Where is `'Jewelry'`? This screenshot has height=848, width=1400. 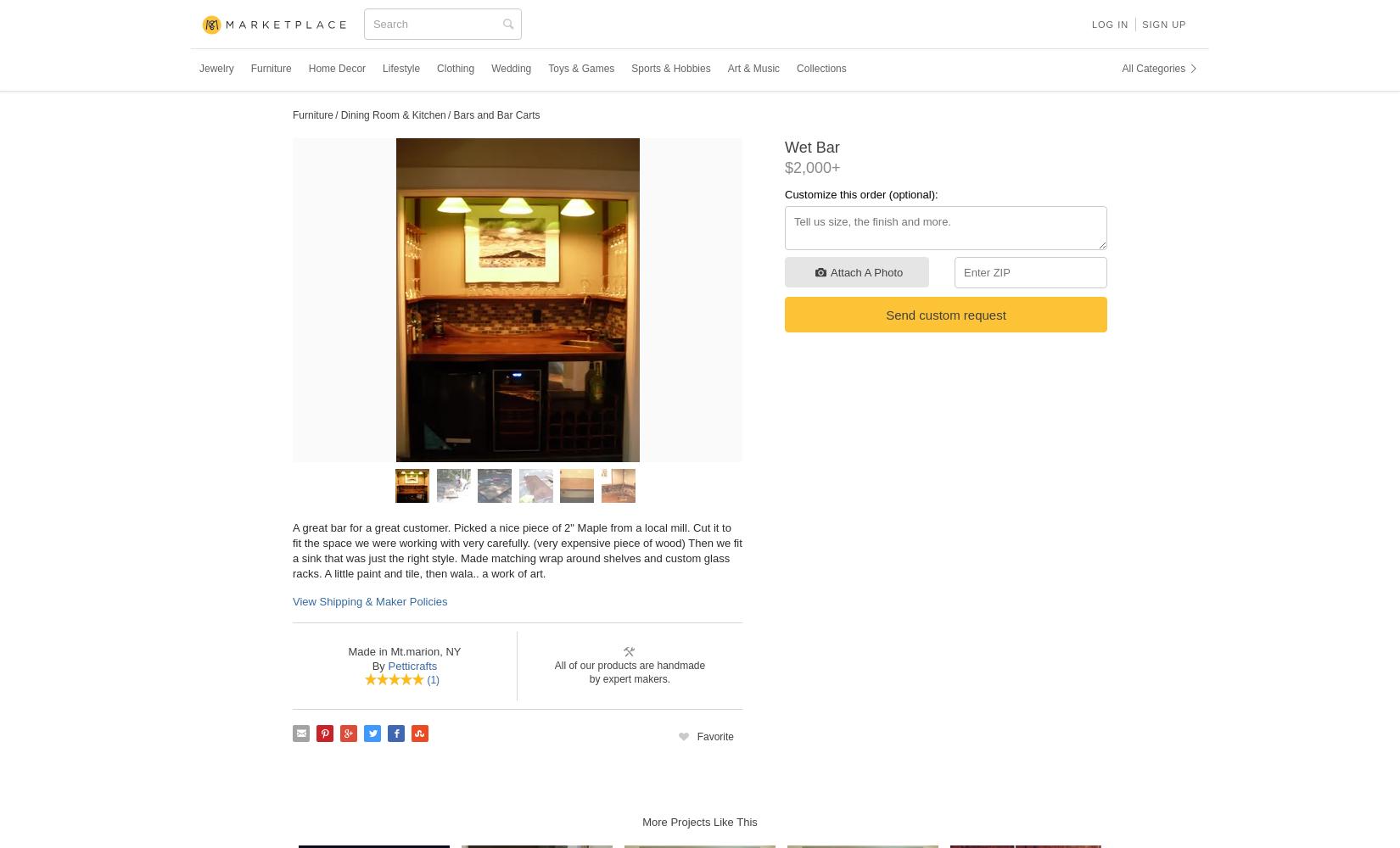
'Jewelry' is located at coordinates (216, 68).